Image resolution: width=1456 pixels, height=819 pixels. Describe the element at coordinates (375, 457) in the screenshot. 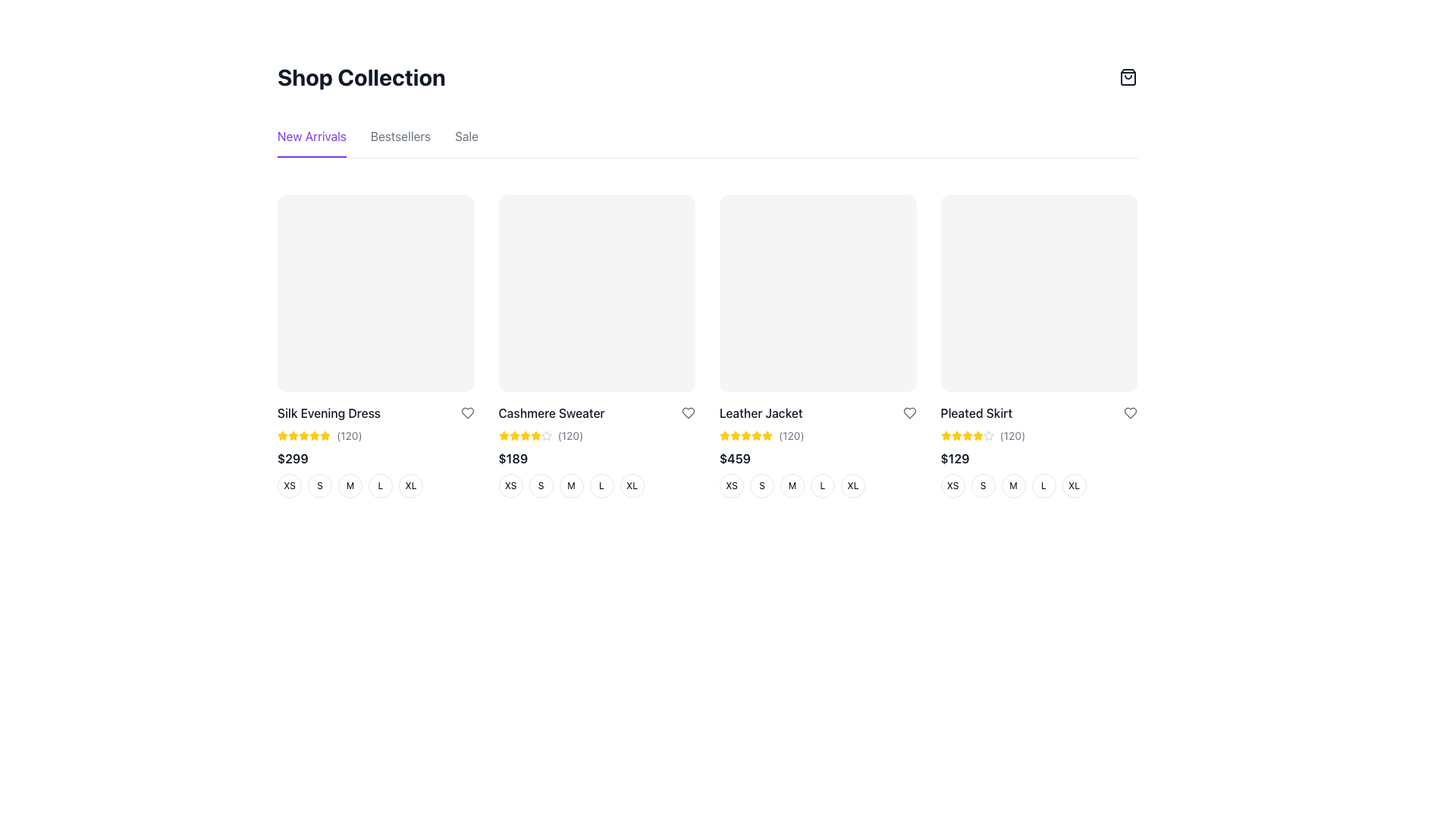

I see `price displayed below the rating stars and the title 'Silk Evening Dress', which indicates the product price of $299` at that location.